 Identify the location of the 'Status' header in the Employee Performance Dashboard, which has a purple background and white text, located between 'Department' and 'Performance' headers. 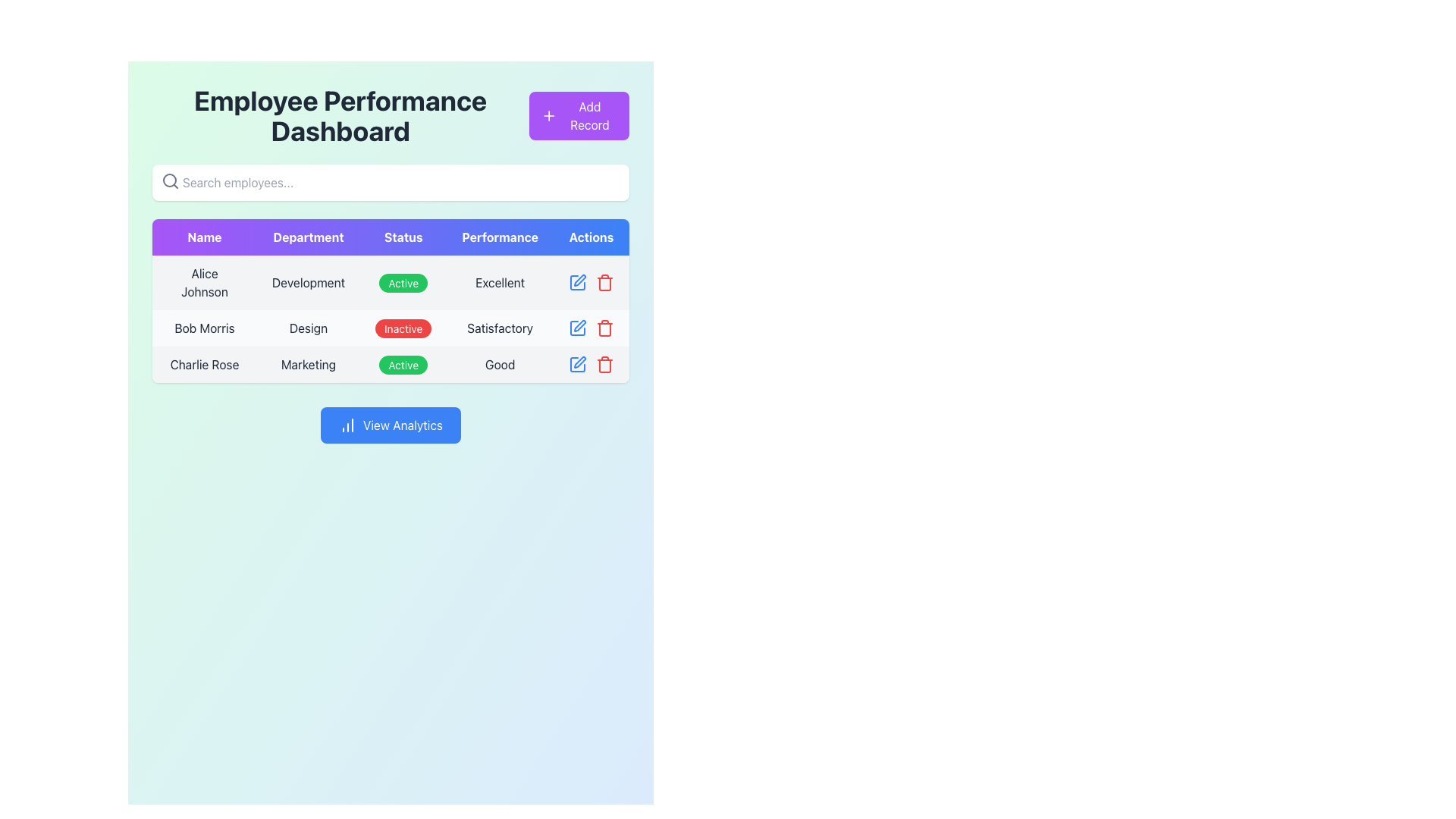
(403, 237).